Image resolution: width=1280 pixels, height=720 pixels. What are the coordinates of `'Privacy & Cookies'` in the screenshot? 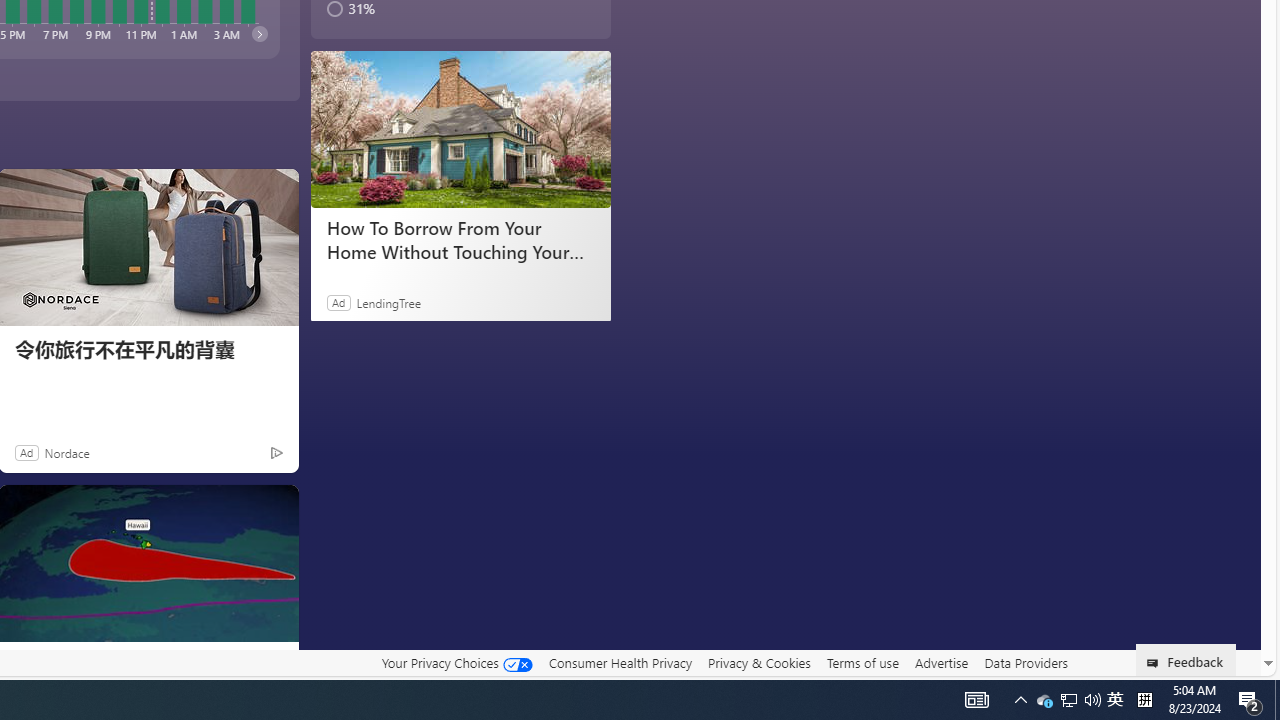 It's located at (758, 663).